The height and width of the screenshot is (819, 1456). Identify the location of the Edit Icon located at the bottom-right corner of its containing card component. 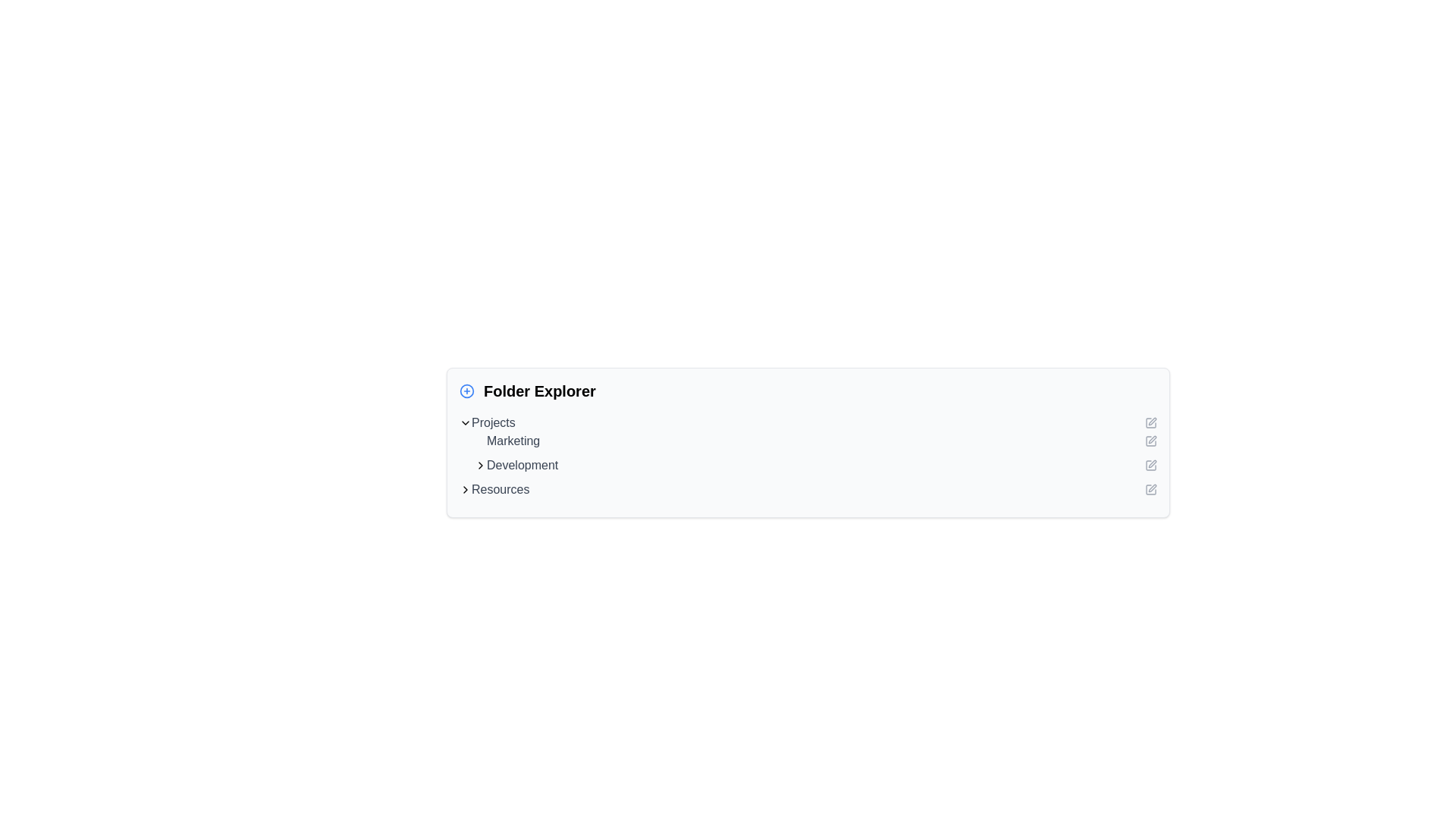
(1150, 464).